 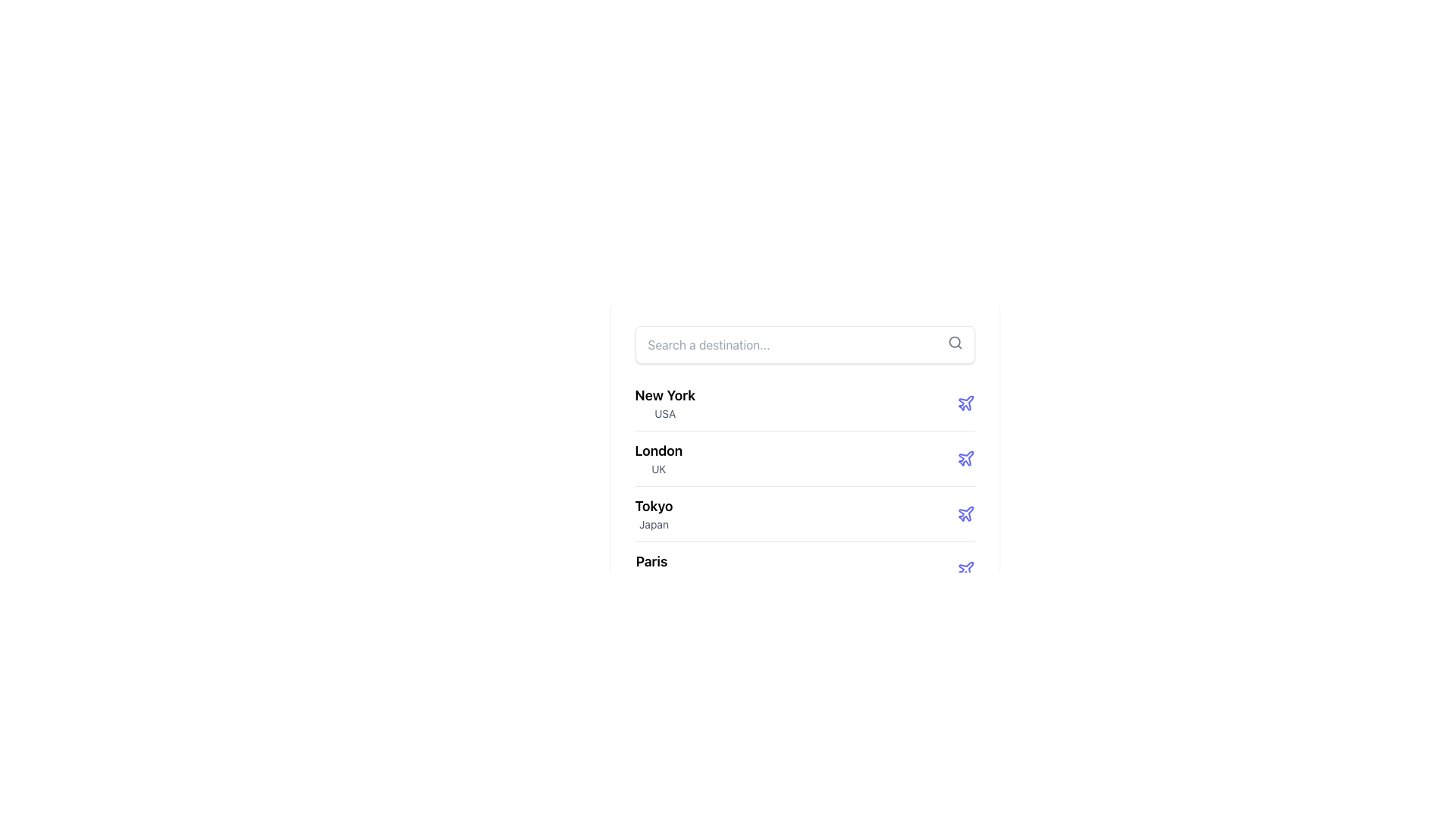 I want to click on the small purple airplane icon located to the right of the text 'Paris' and 'France', so click(x=965, y=570).